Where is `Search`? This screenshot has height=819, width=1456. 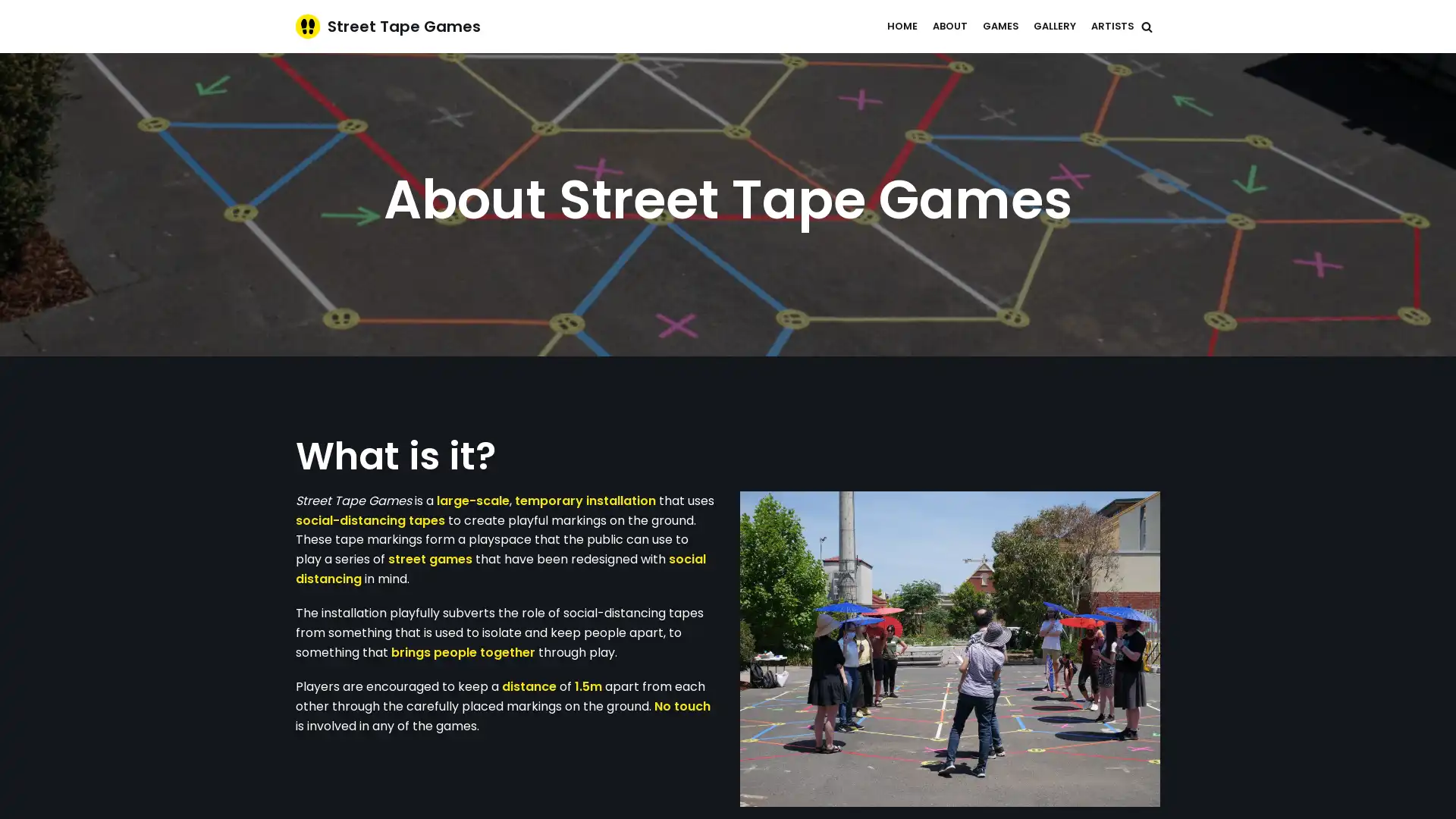
Search is located at coordinates (1147, 27).